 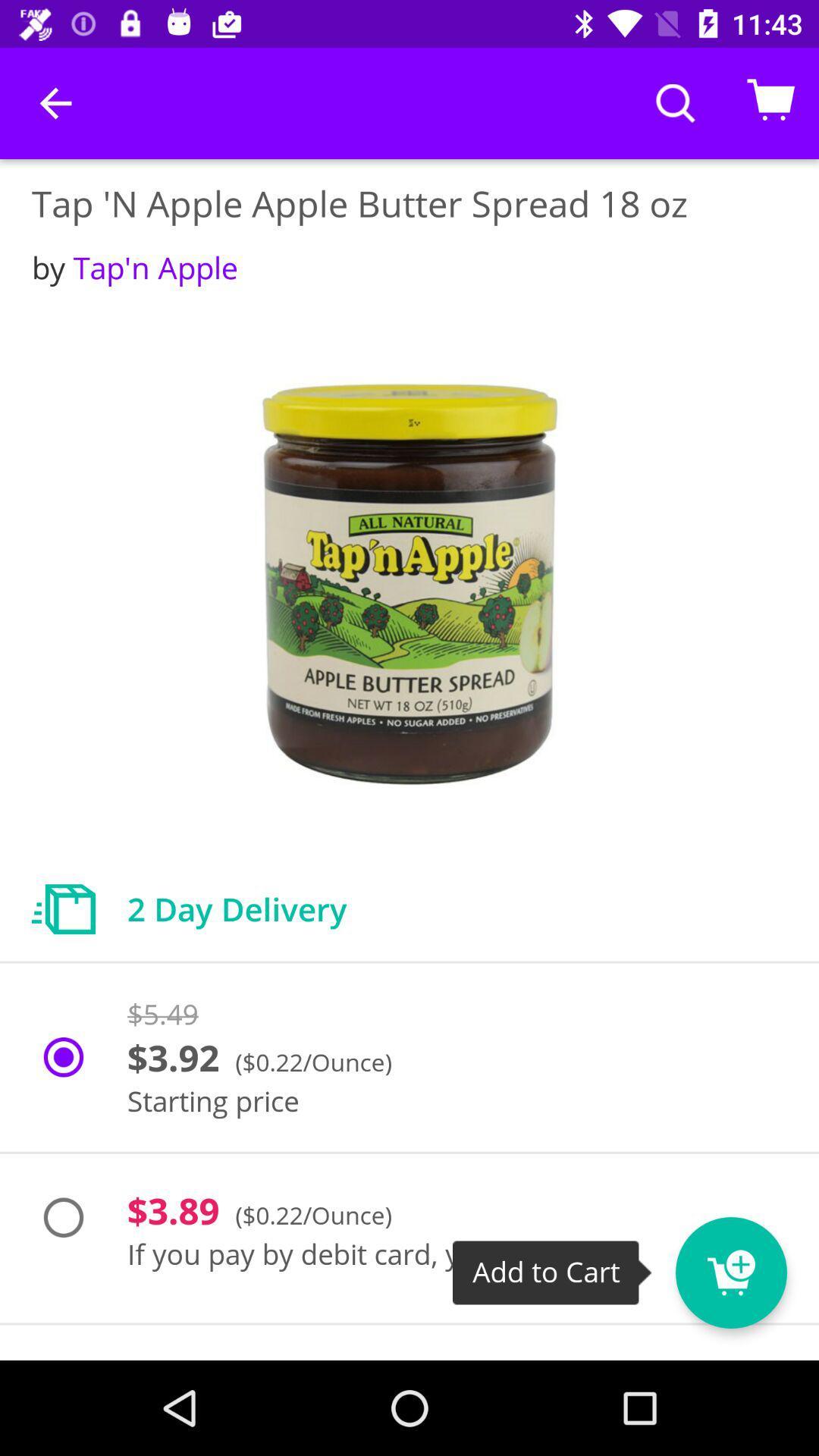 I want to click on icon next to add to cart, so click(x=730, y=1272).